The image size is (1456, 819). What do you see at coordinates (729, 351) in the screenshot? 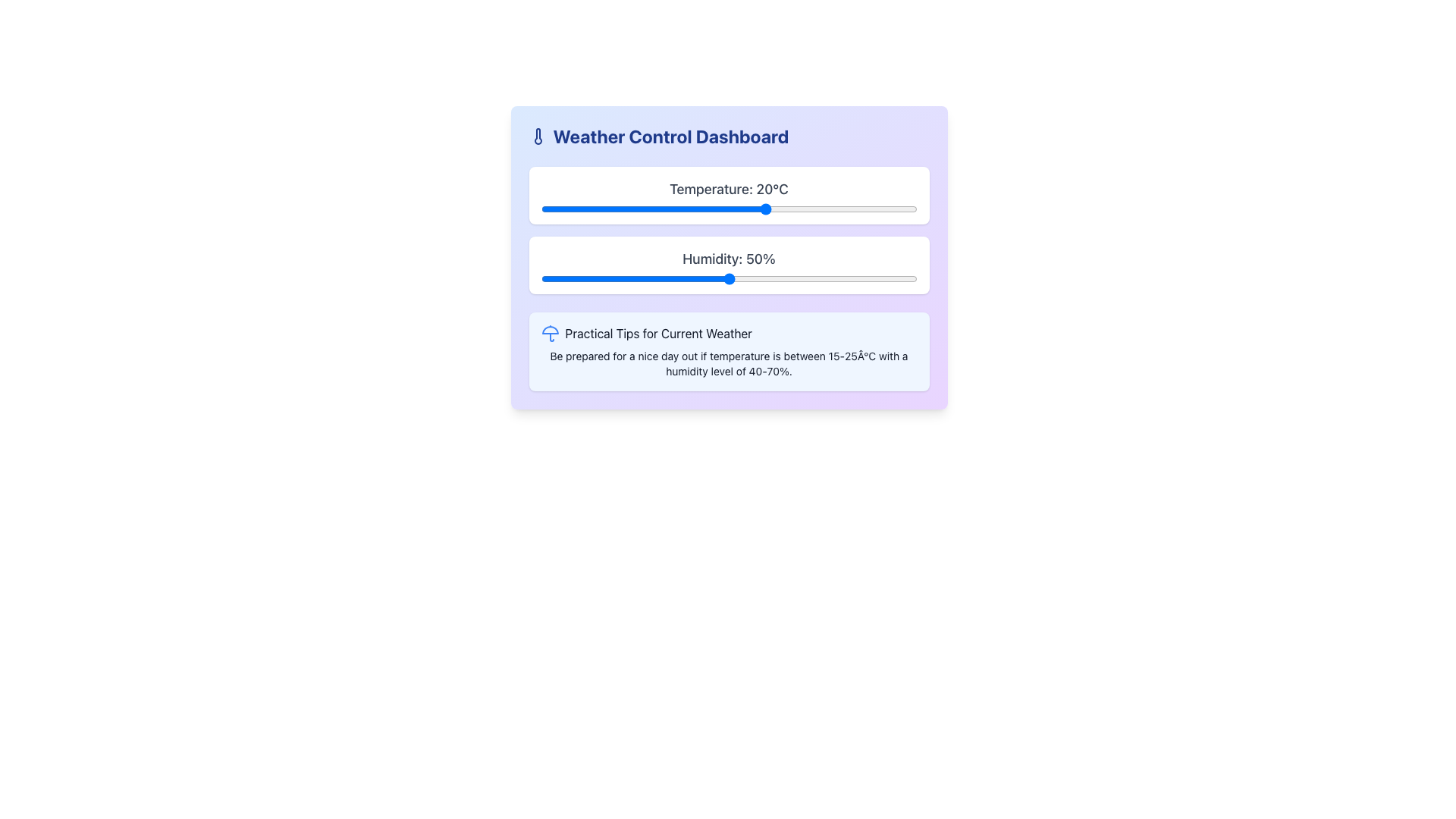
I see `text content from the Informational Panel located below the 'Humidity: 50%' section in the 'Weather Control Dashboard.'` at bounding box center [729, 351].